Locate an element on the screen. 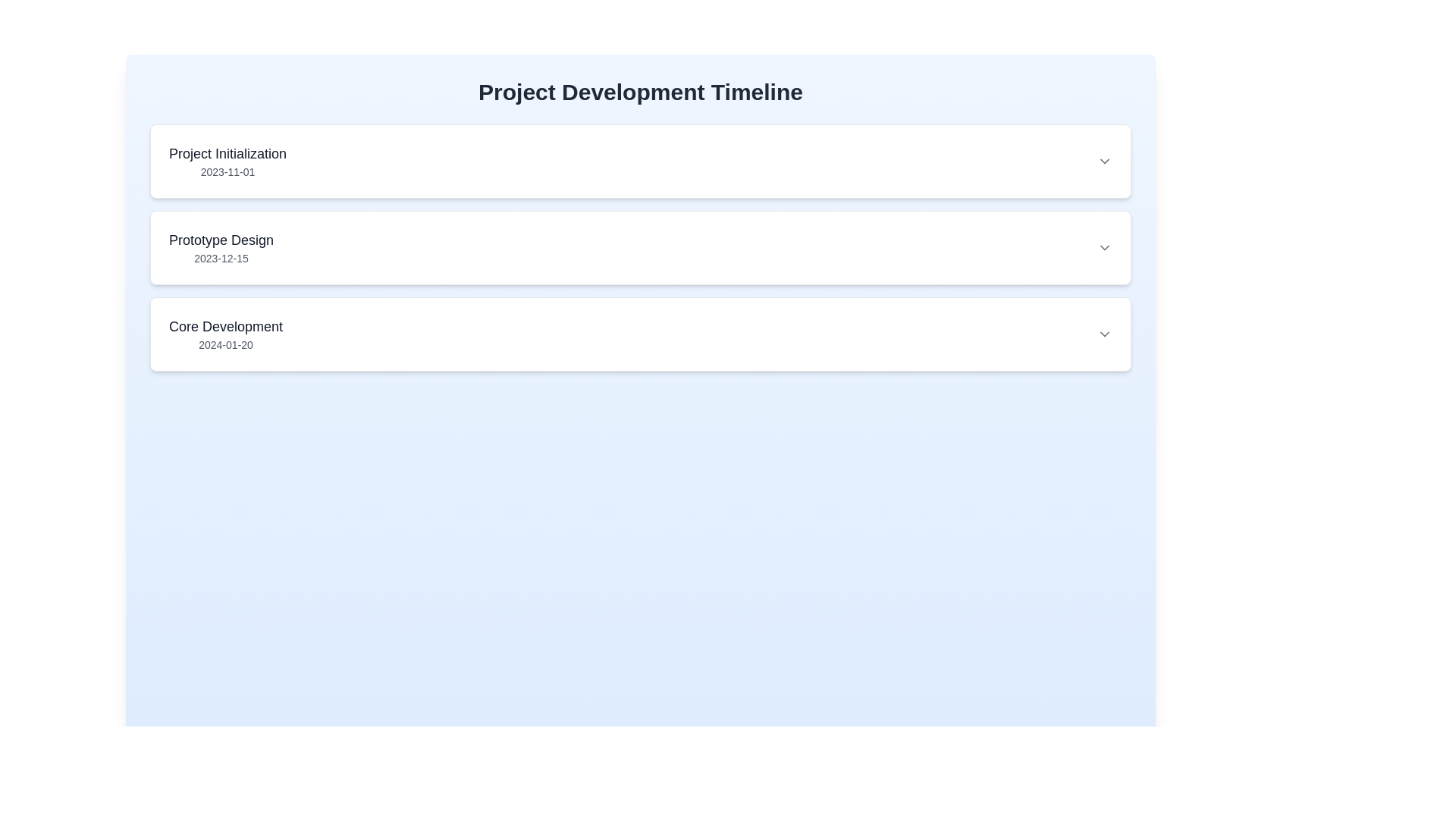  the toggle icon at the far-right end of the first section of project entries is located at coordinates (1105, 161).